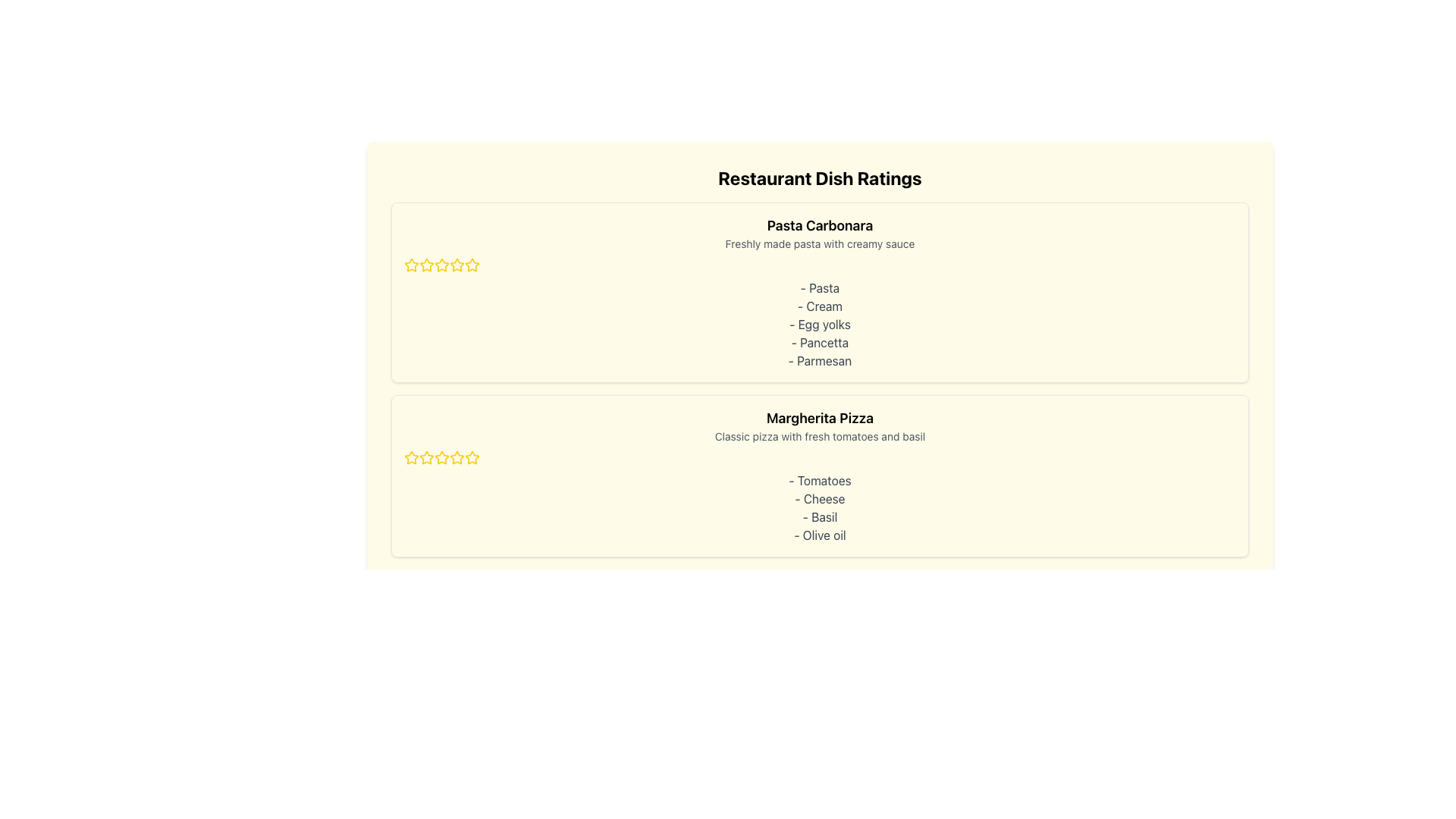 Image resolution: width=1456 pixels, height=819 pixels. Describe the element at coordinates (819, 306) in the screenshot. I see `text conveying an ingredient of the 'Pasta Carbonara' dish, which is the second item in the bulleted list under the title 'Pasta Carbonara', positioned between '- Pasta' and '- Egg yolks'` at that location.